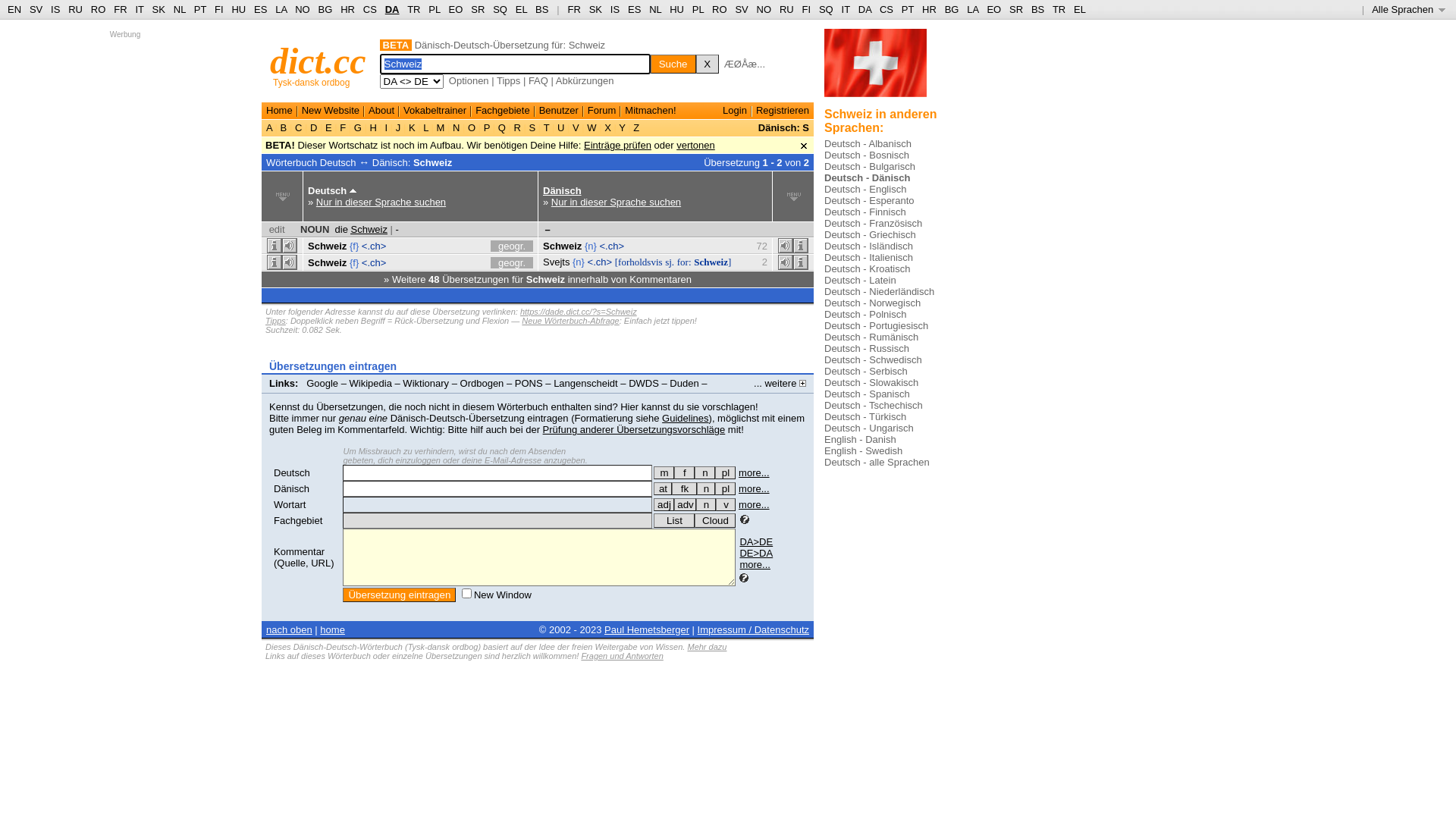 The image size is (1456, 819). I want to click on 'Mehr dazu', so click(686, 646).